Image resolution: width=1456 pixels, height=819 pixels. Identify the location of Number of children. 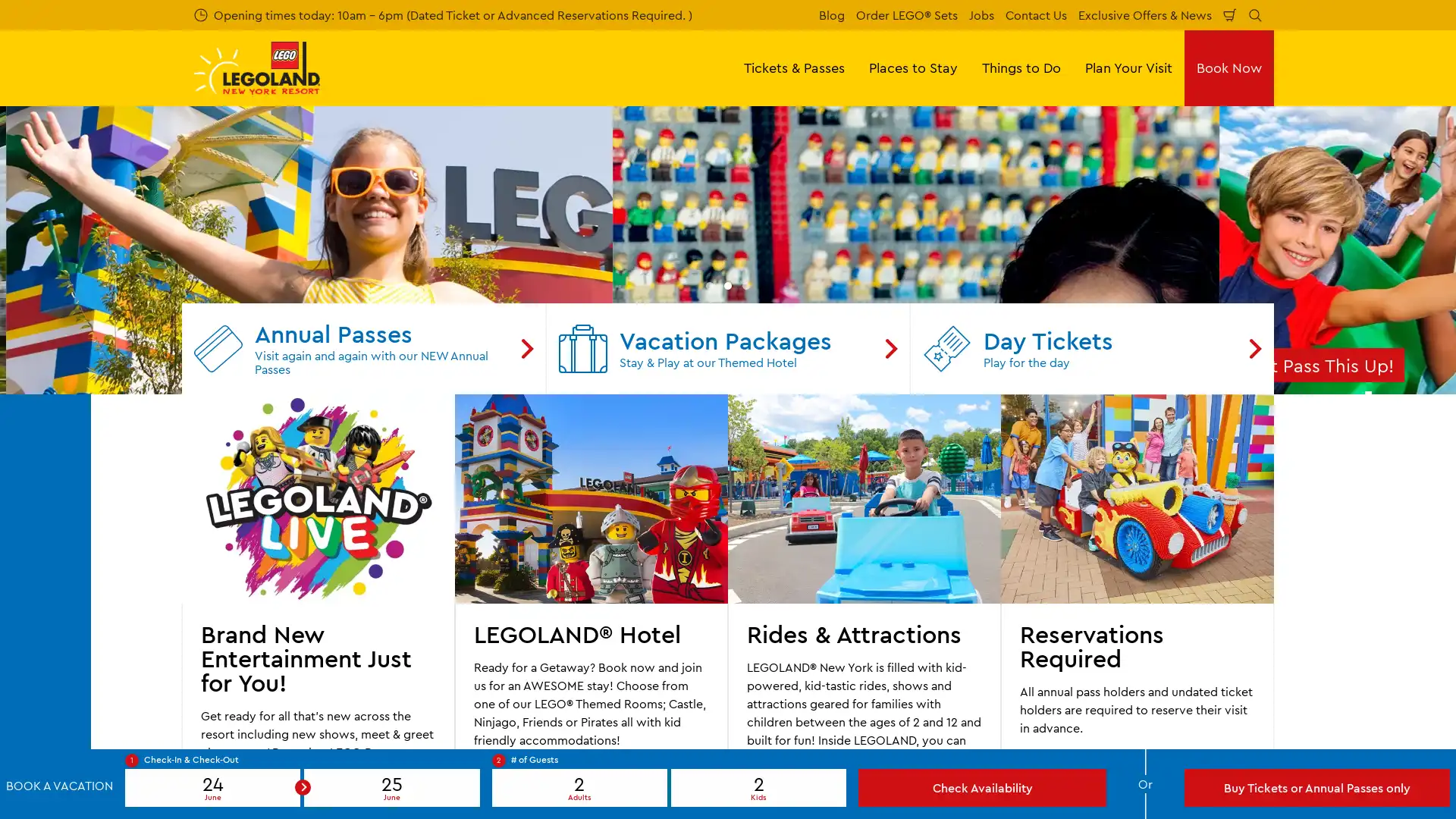
(758, 786).